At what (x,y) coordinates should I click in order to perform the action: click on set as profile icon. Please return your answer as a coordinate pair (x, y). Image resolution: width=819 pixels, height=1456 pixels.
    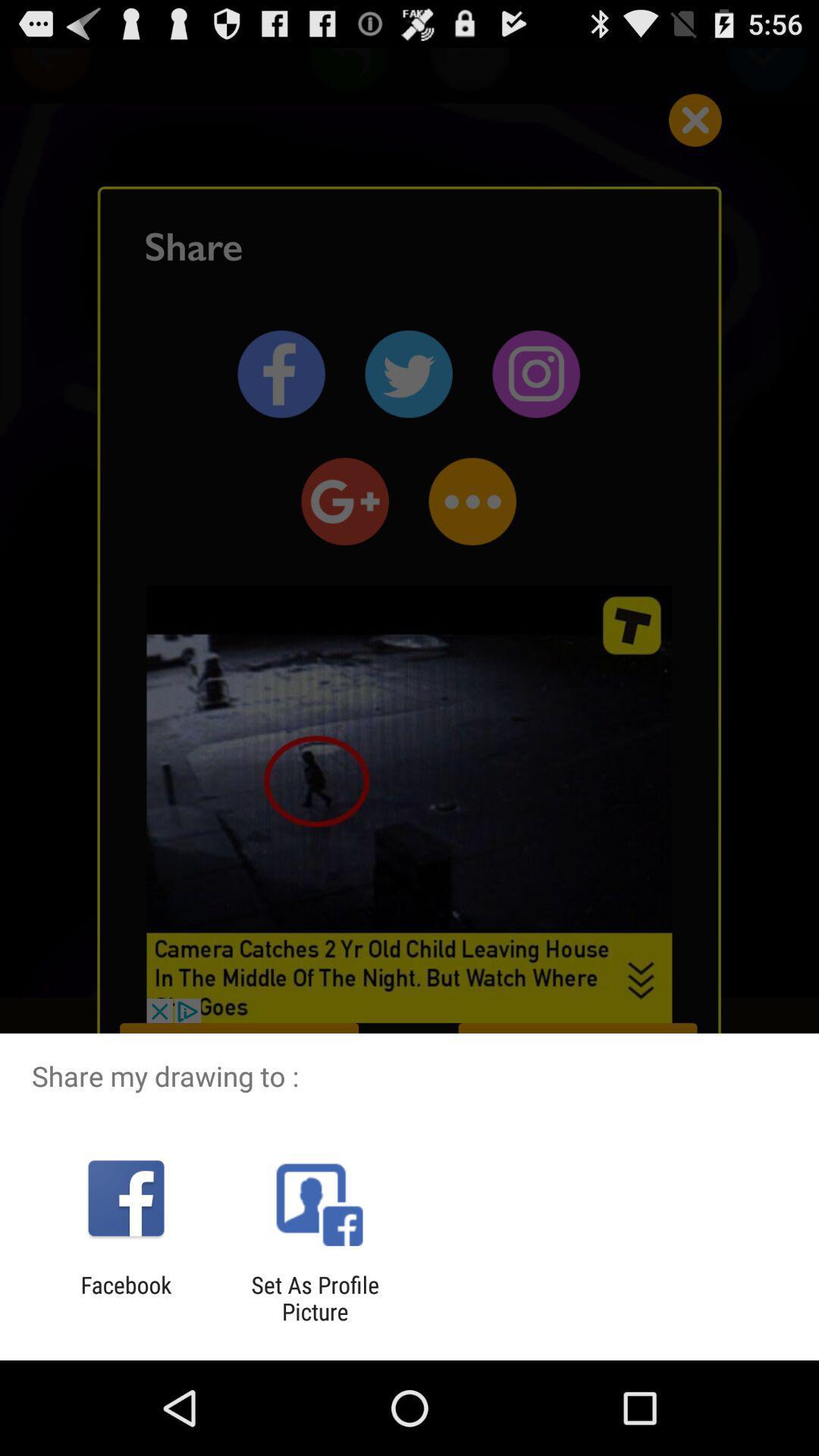
    Looking at the image, I should click on (314, 1298).